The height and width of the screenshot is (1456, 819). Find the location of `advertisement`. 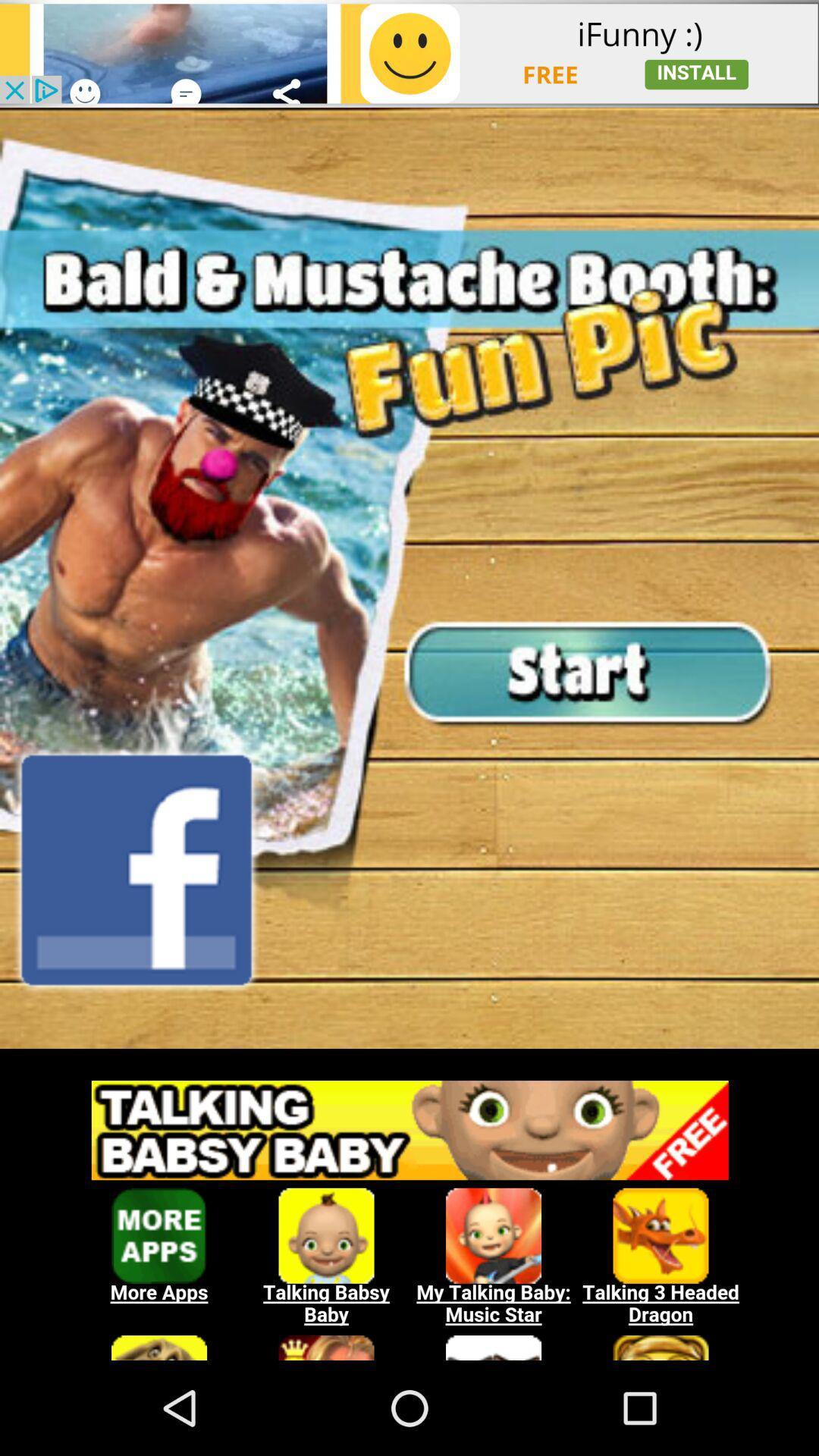

advertisement is located at coordinates (409, 53).